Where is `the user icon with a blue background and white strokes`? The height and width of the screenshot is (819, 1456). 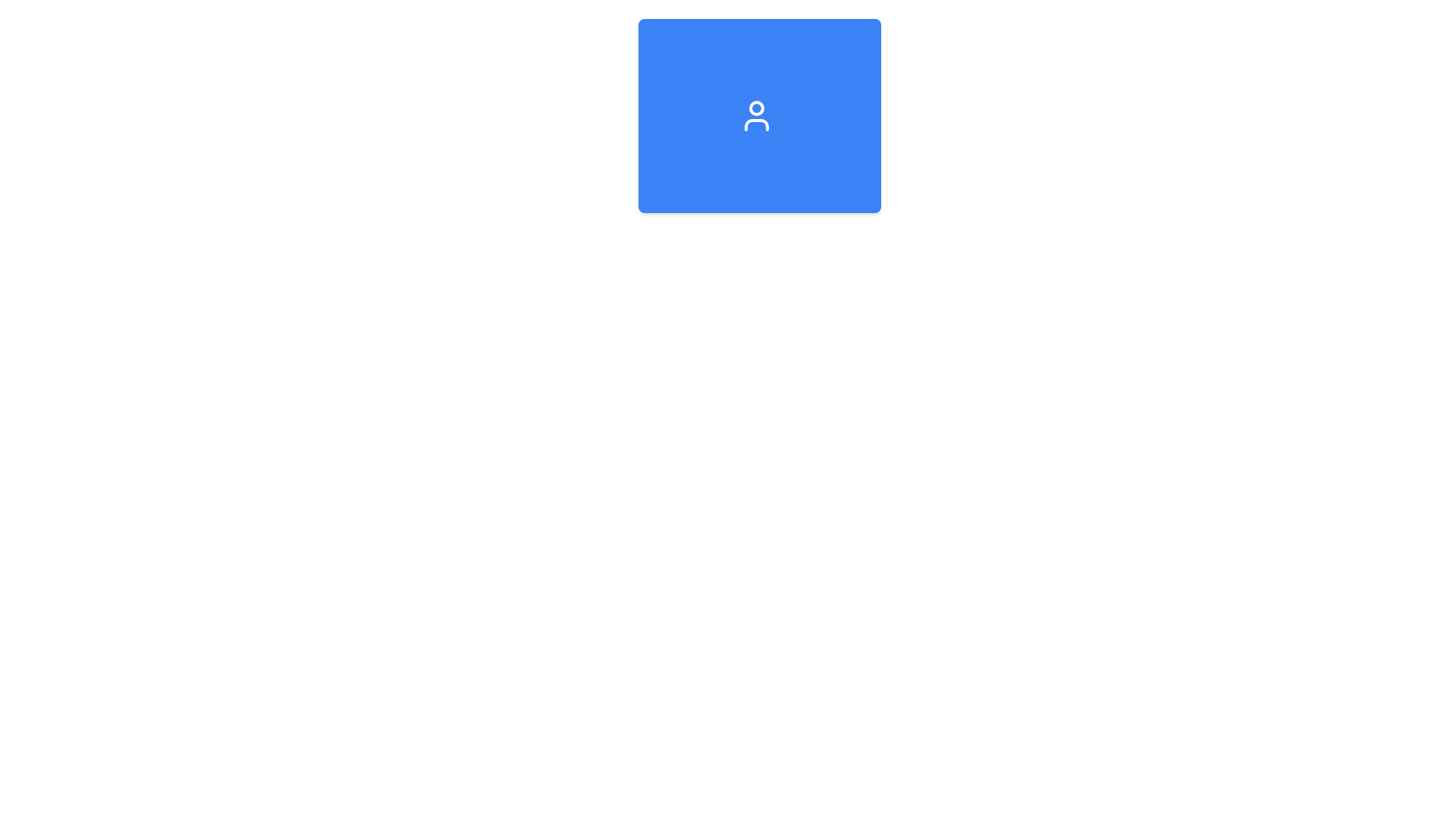 the user icon with a blue background and white strokes is located at coordinates (757, 115).